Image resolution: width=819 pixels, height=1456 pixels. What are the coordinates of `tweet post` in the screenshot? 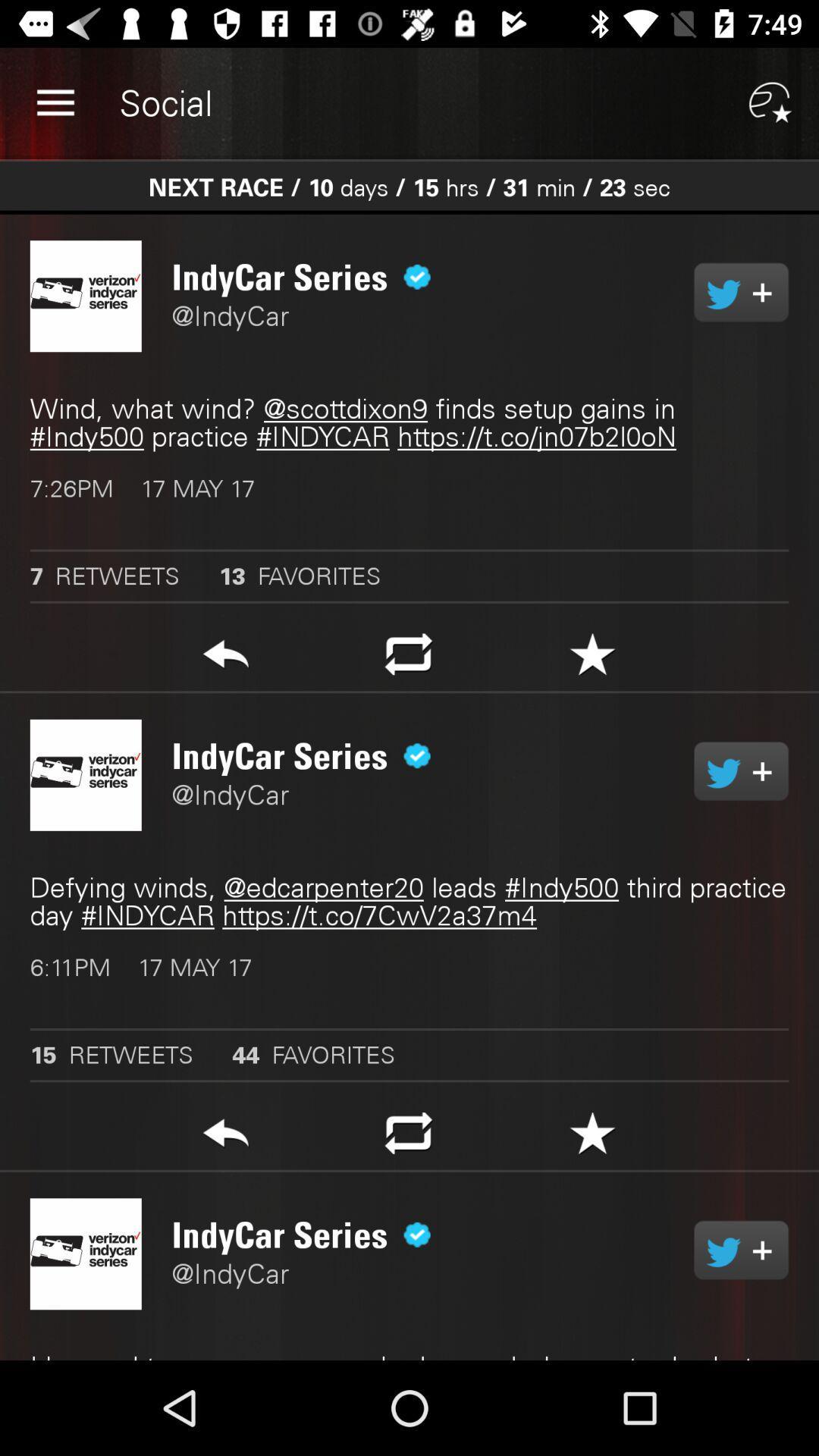 It's located at (740, 292).